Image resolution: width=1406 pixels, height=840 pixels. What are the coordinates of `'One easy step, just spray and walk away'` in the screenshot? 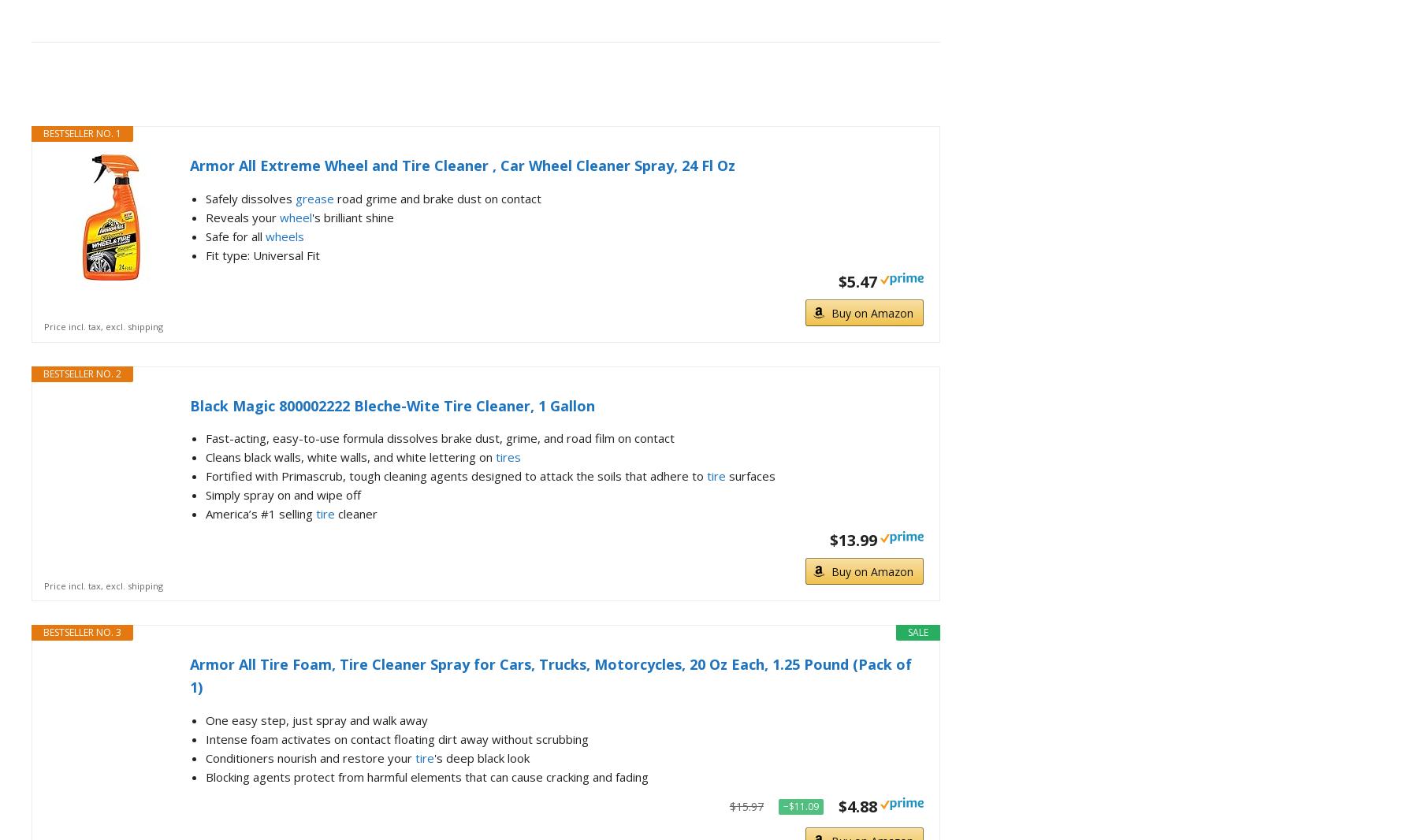 It's located at (315, 719).